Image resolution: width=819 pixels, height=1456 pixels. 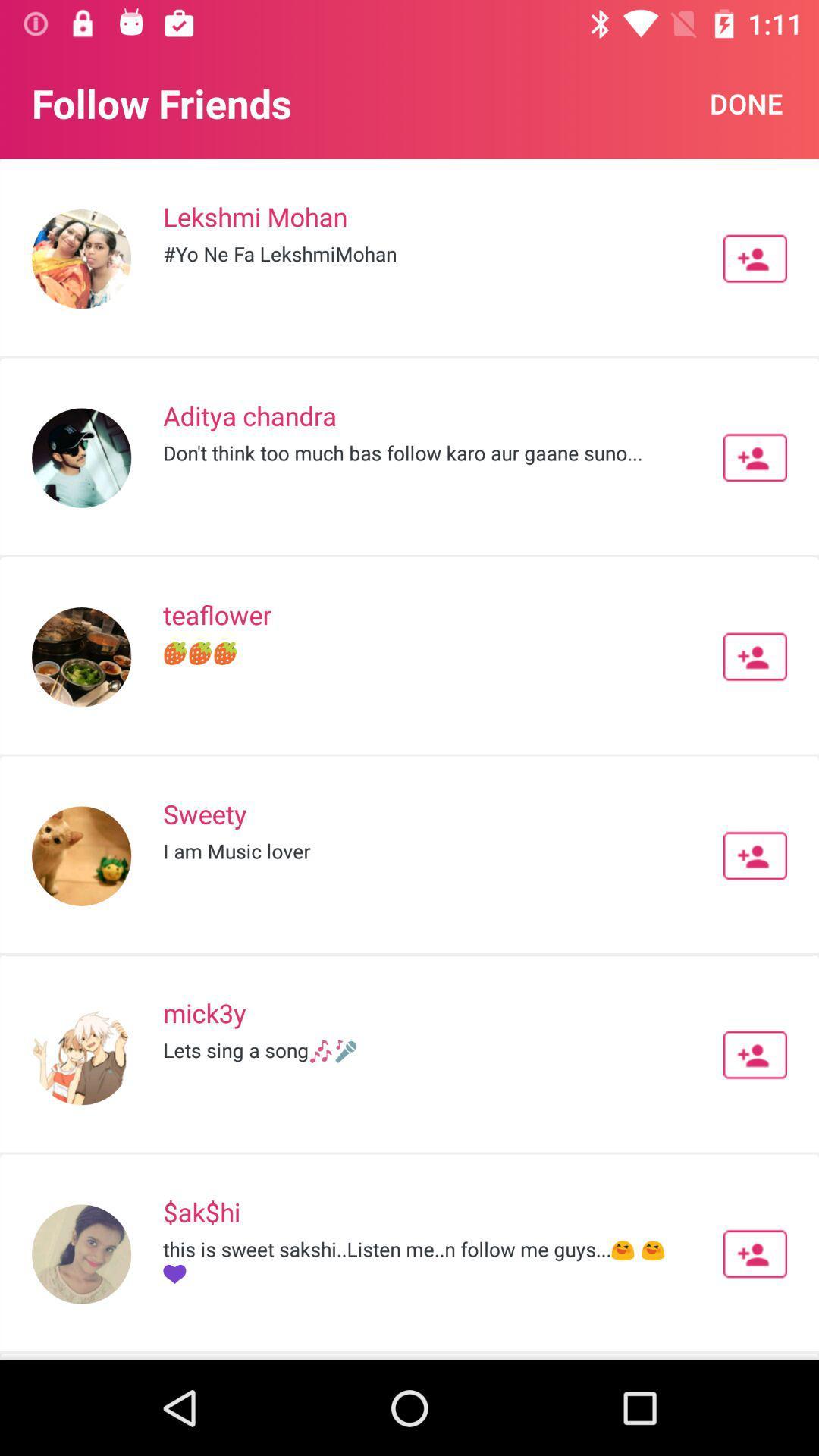 I want to click on contact, so click(x=755, y=457).